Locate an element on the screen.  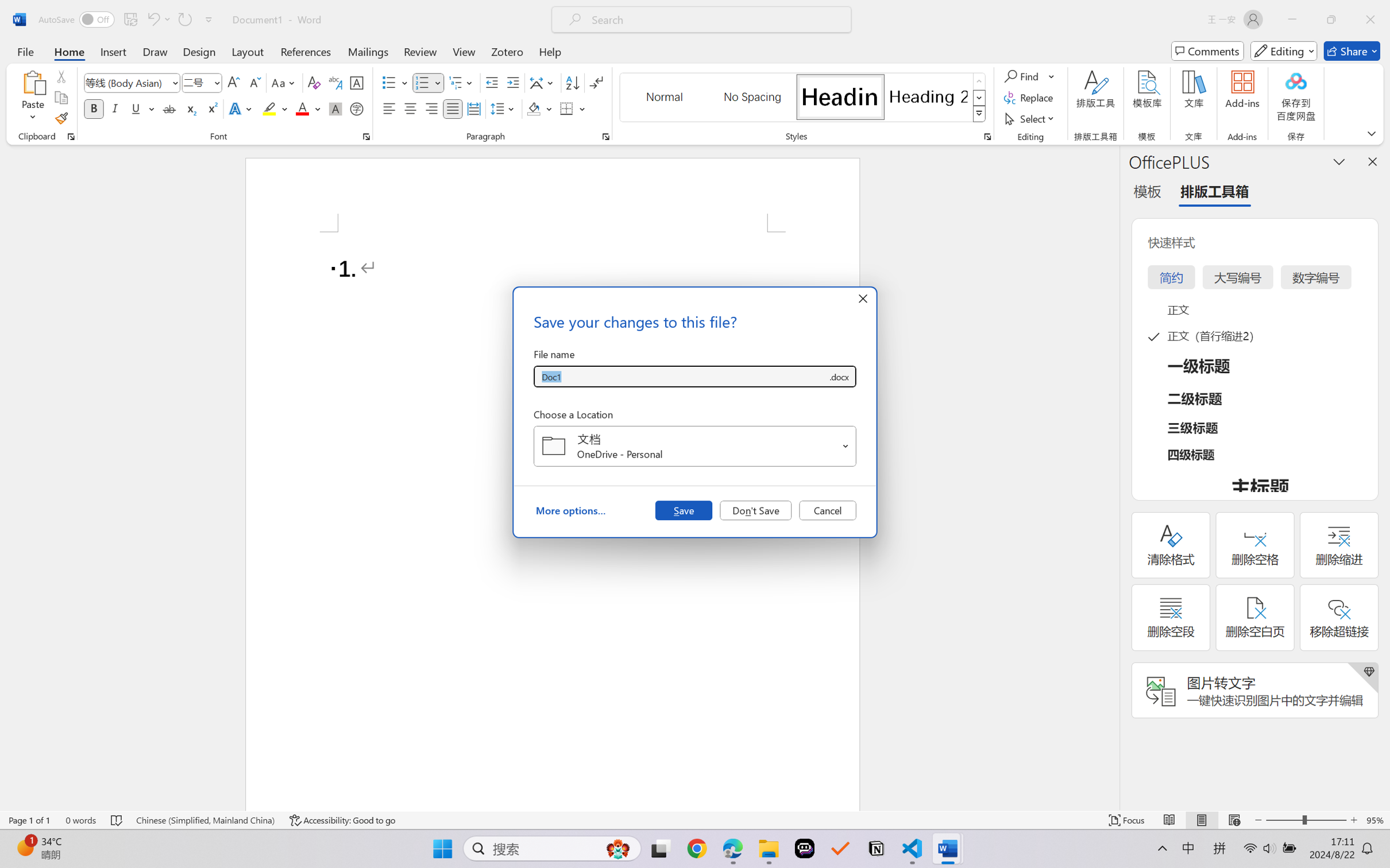
'Save as type' is located at coordinates (838, 377).